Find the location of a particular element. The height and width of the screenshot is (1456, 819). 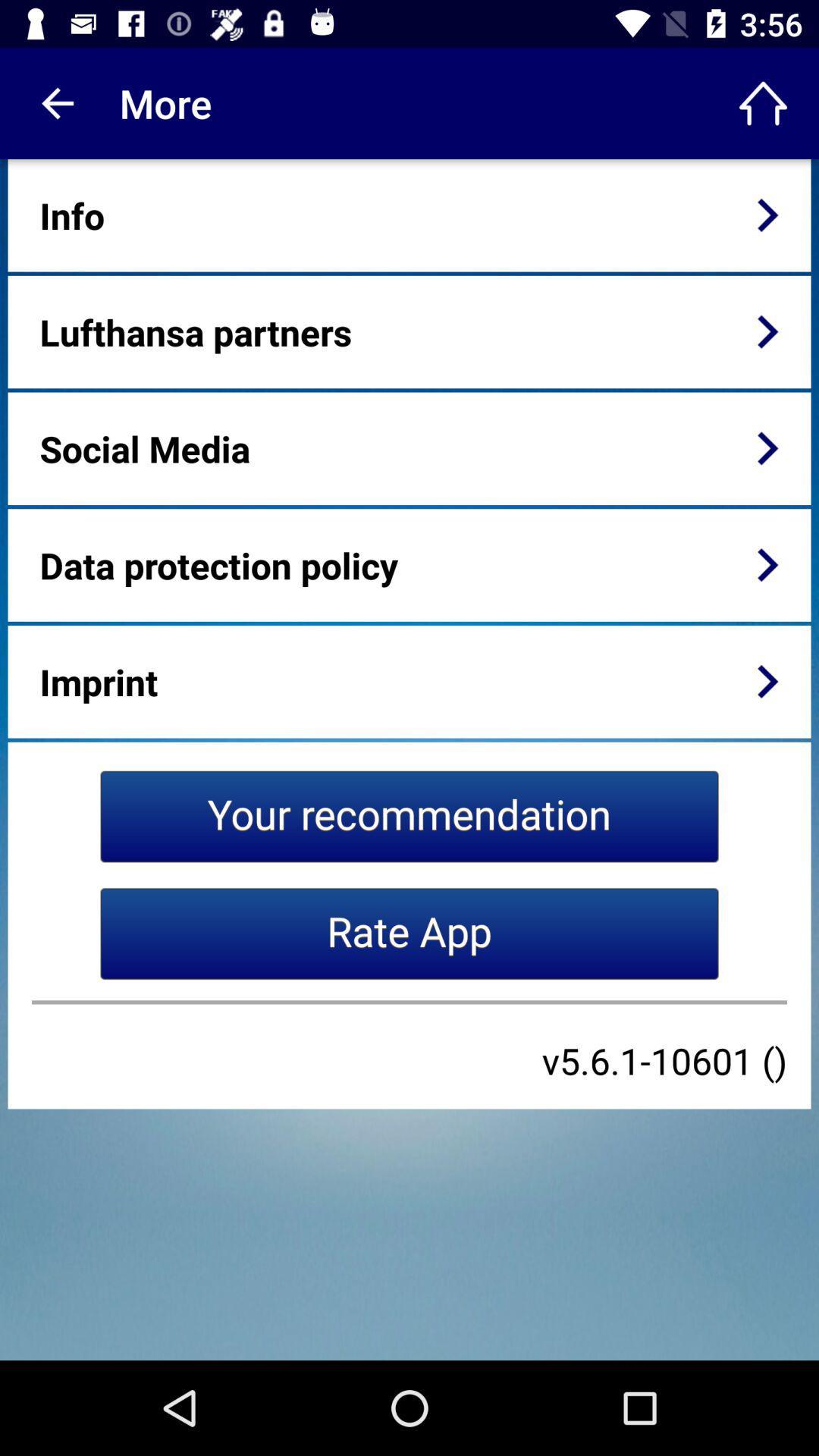

icon next to the info item is located at coordinates (767, 214).